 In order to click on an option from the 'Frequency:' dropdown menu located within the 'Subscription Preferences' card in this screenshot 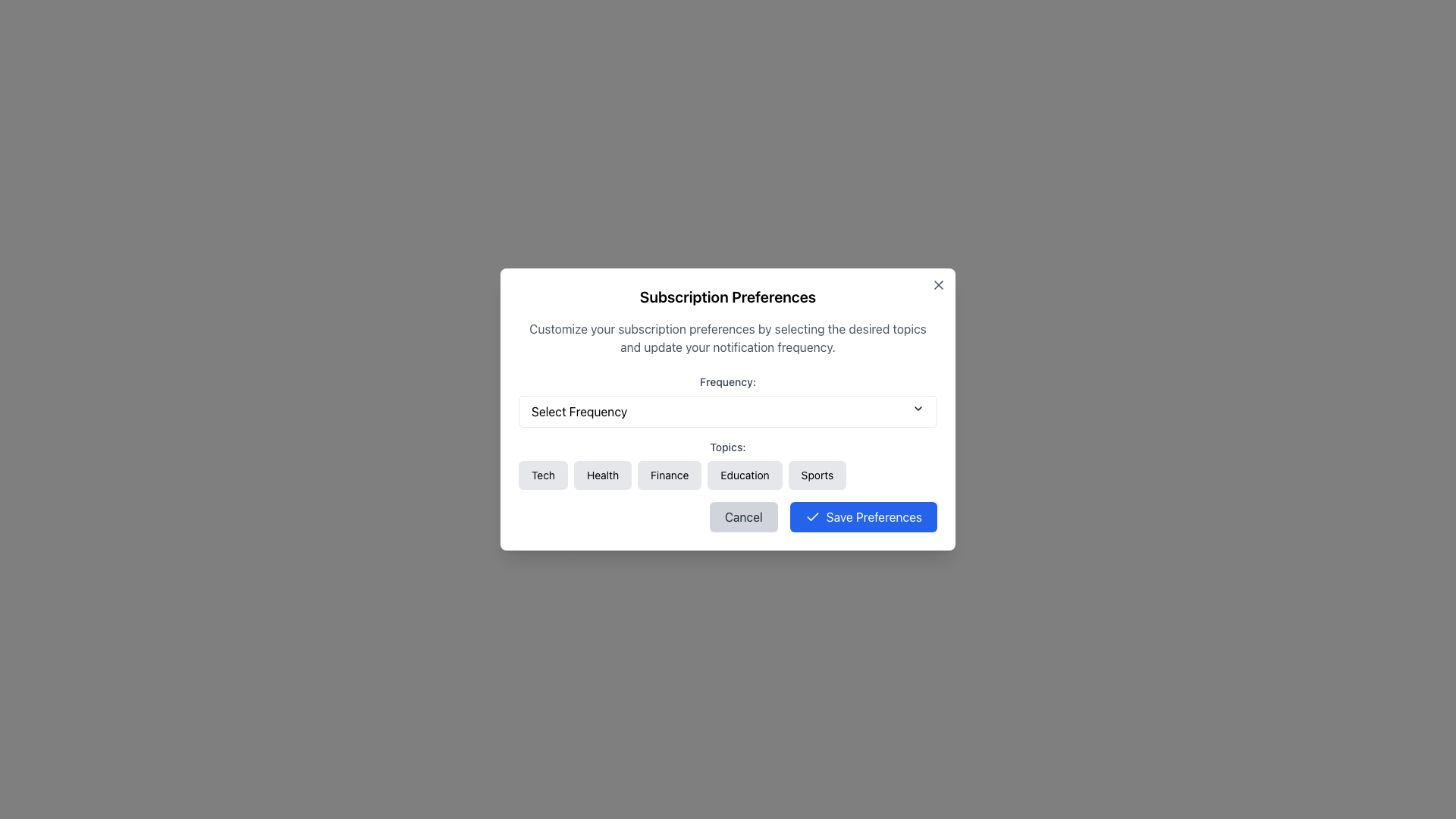, I will do `click(728, 400)`.